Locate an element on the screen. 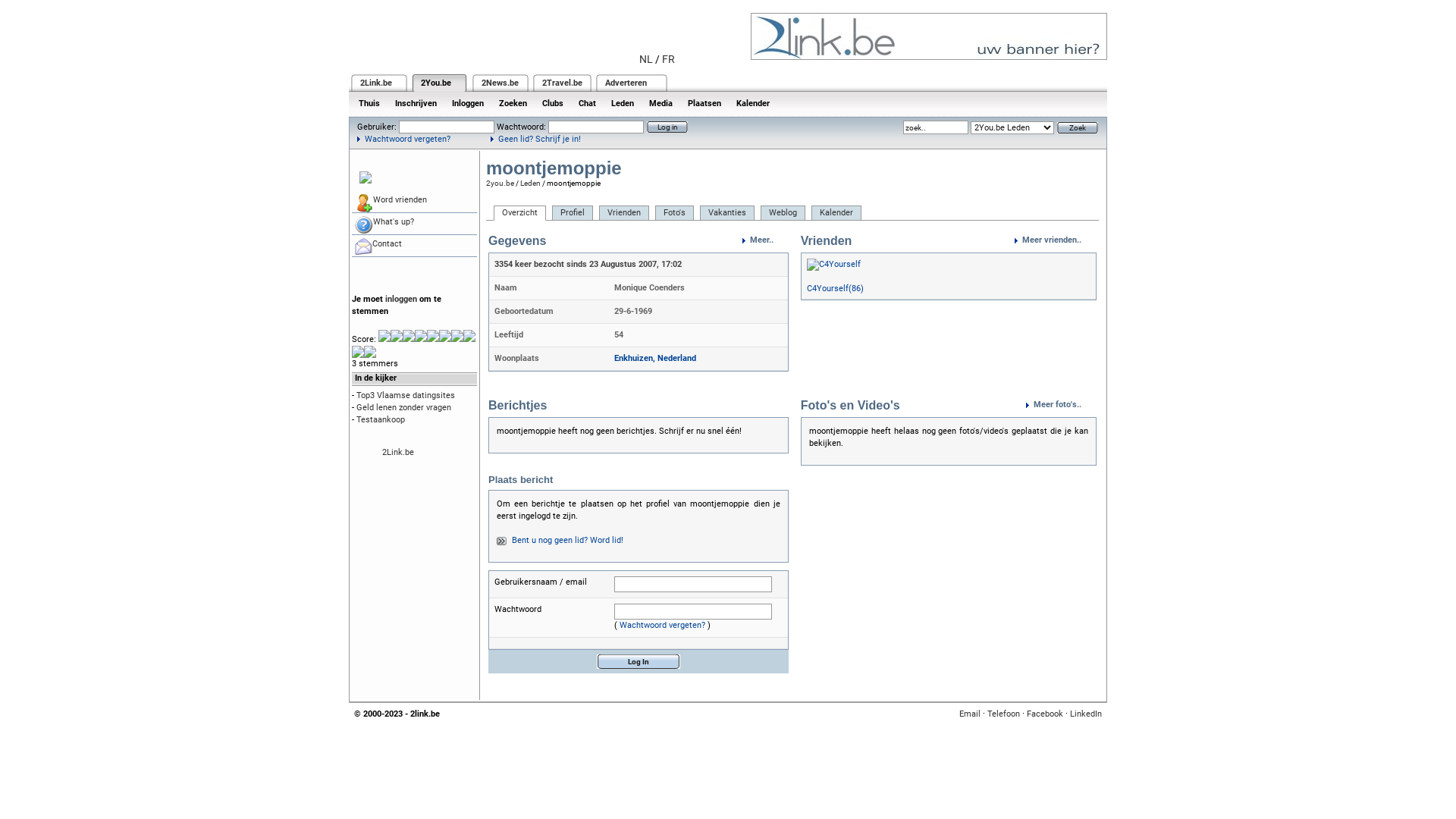 The height and width of the screenshot is (819, 1456). 'Foto's' is located at coordinates (655, 213).